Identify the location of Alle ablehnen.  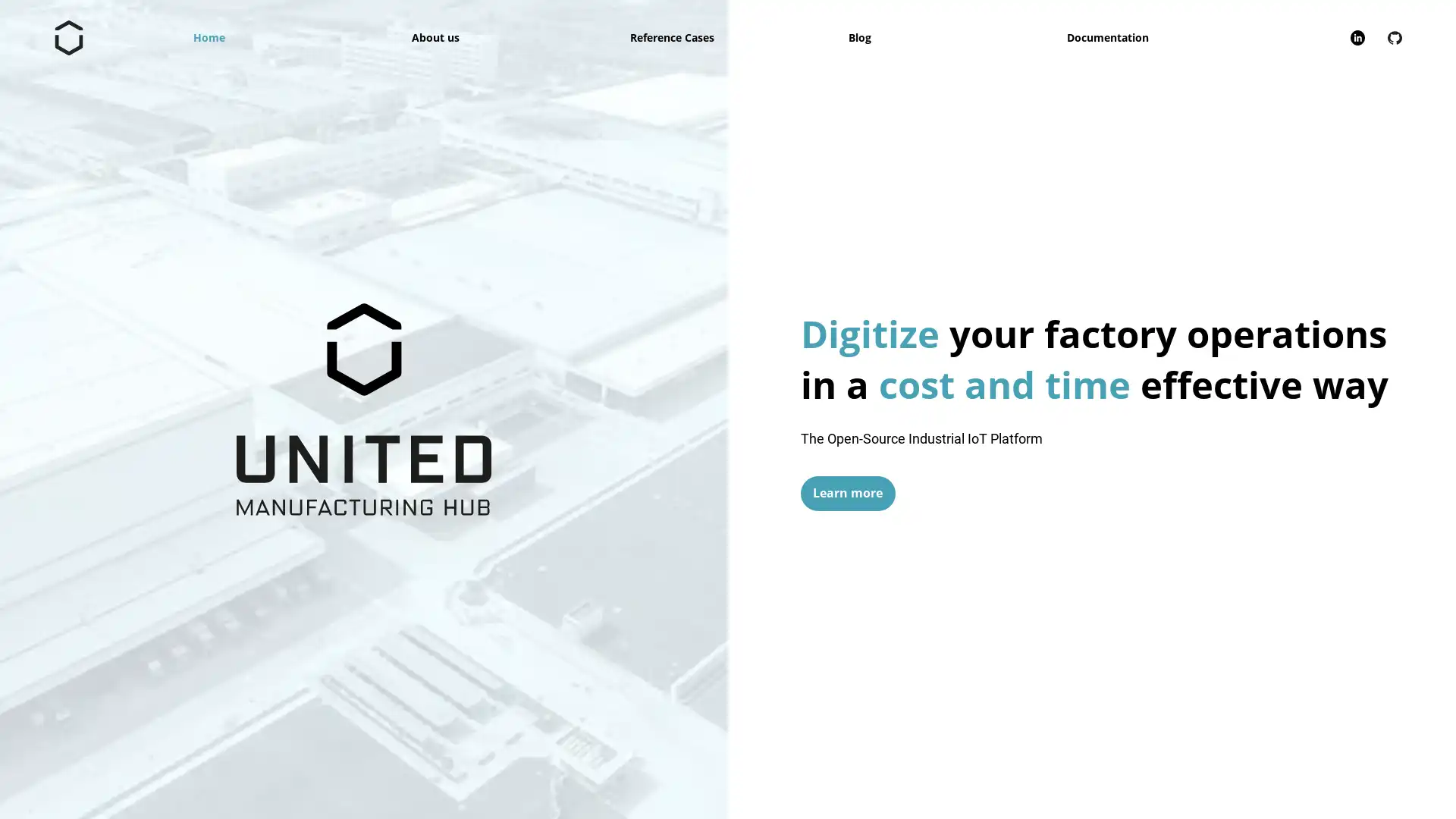
(1273, 794).